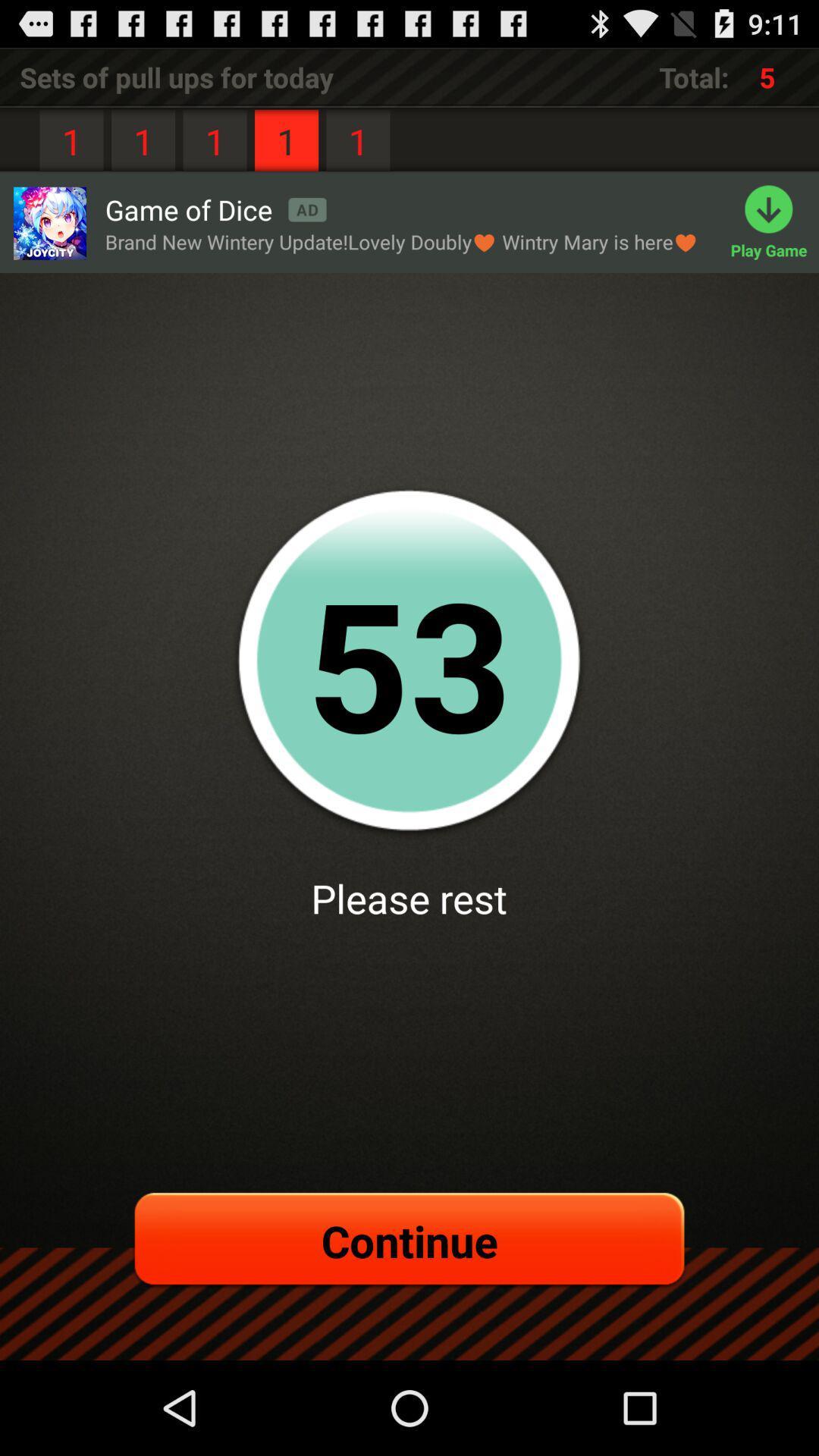  What do you see at coordinates (49, 222) in the screenshot?
I see `the icon to the left of the game of dice icon` at bounding box center [49, 222].